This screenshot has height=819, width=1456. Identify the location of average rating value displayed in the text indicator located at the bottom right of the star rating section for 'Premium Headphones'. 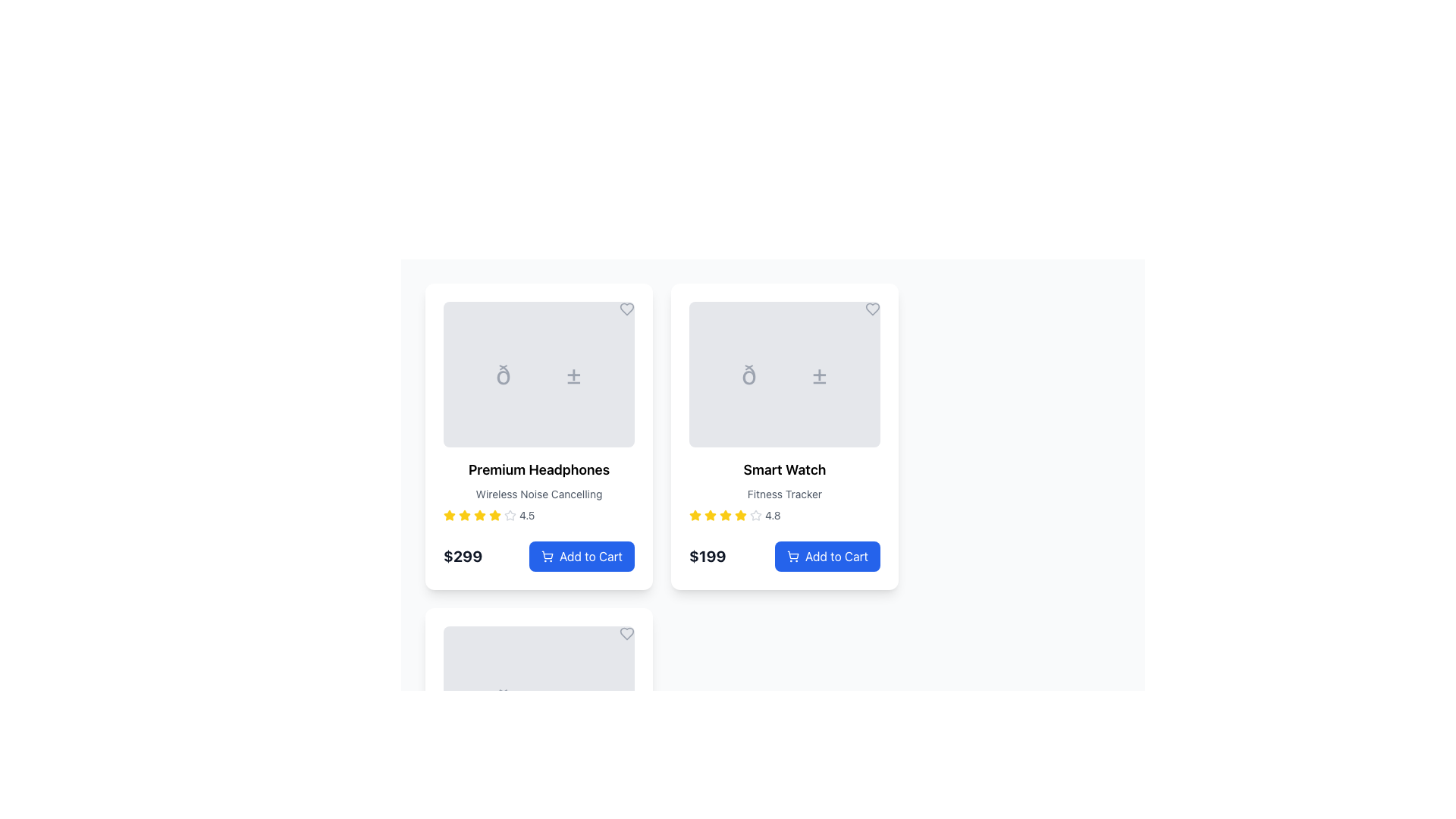
(527, 514).